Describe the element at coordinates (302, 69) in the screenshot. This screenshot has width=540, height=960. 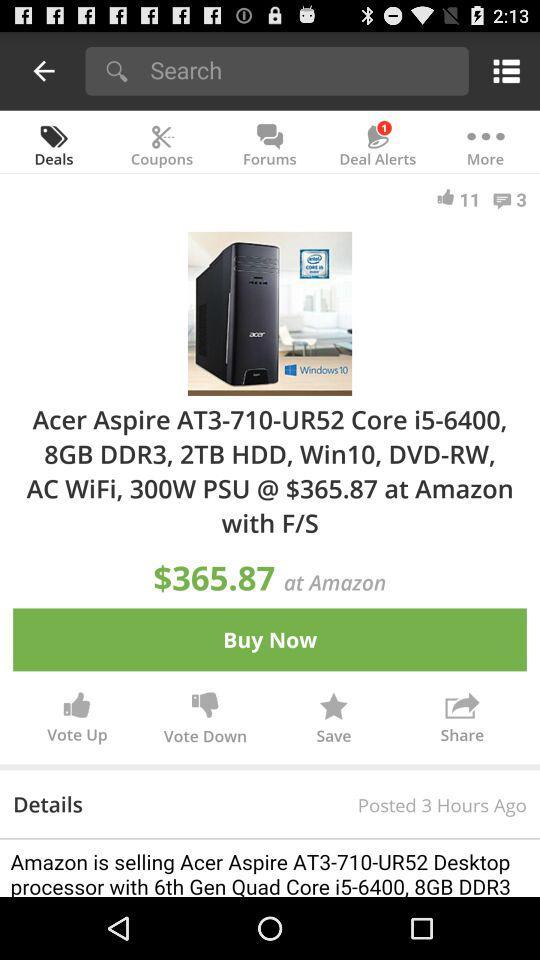
I see `type to search` at that location.